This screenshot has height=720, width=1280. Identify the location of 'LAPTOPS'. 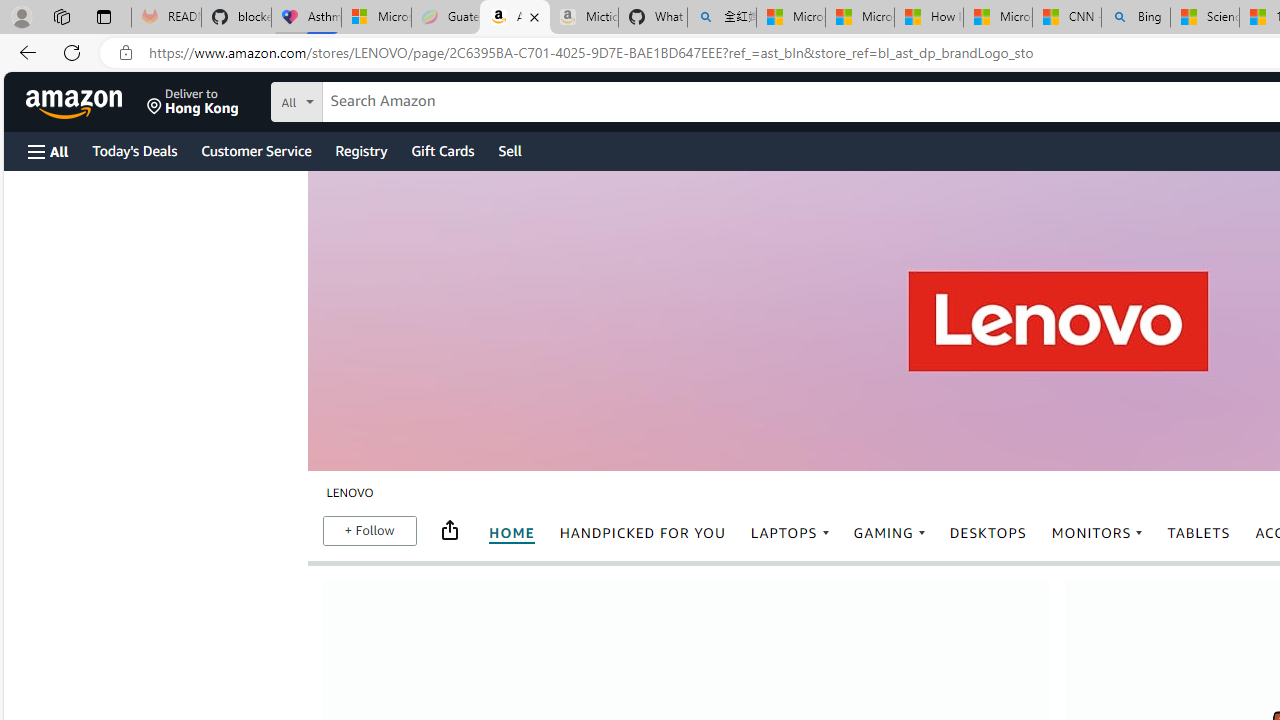
(789, 532).